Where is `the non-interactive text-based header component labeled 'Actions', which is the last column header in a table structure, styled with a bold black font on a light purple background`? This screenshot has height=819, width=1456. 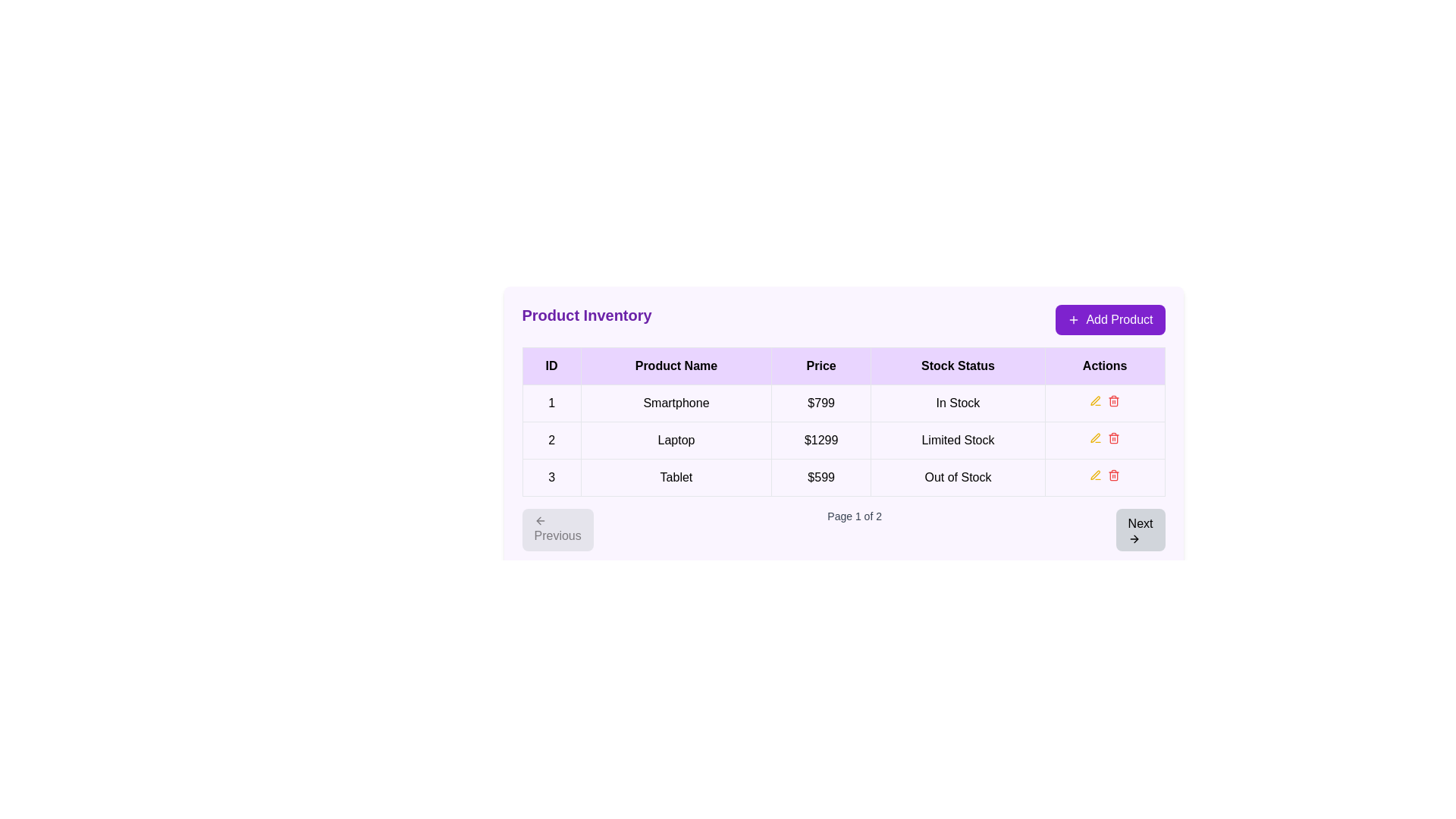
the non-interactive text-based header component labeled 'Actions', which is the last column header in a table structure, styled with a bold black font on a light purple background is located at coordinates (1105, 366).